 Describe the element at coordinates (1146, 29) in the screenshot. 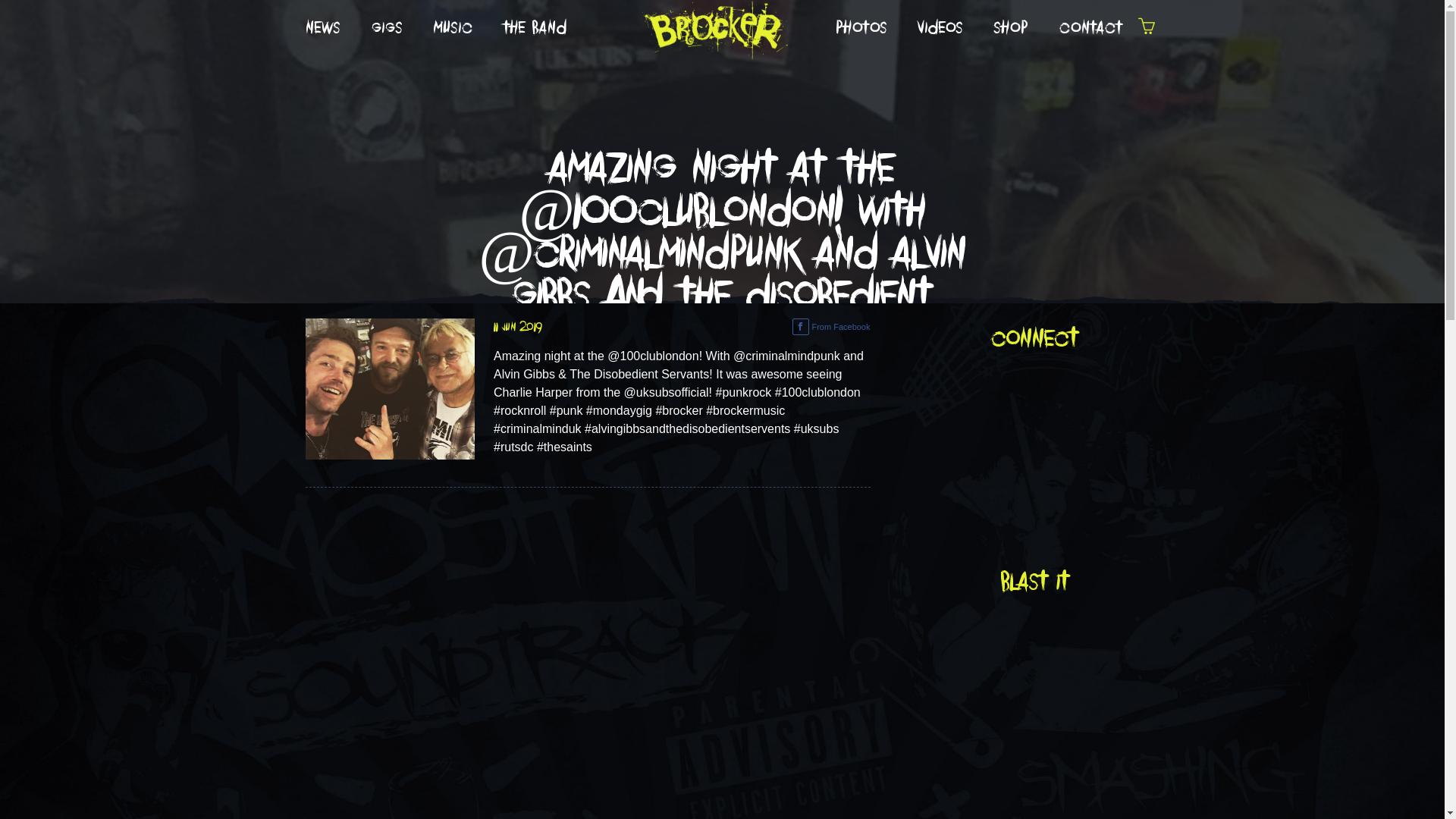

I see `'Menu'` at that location.